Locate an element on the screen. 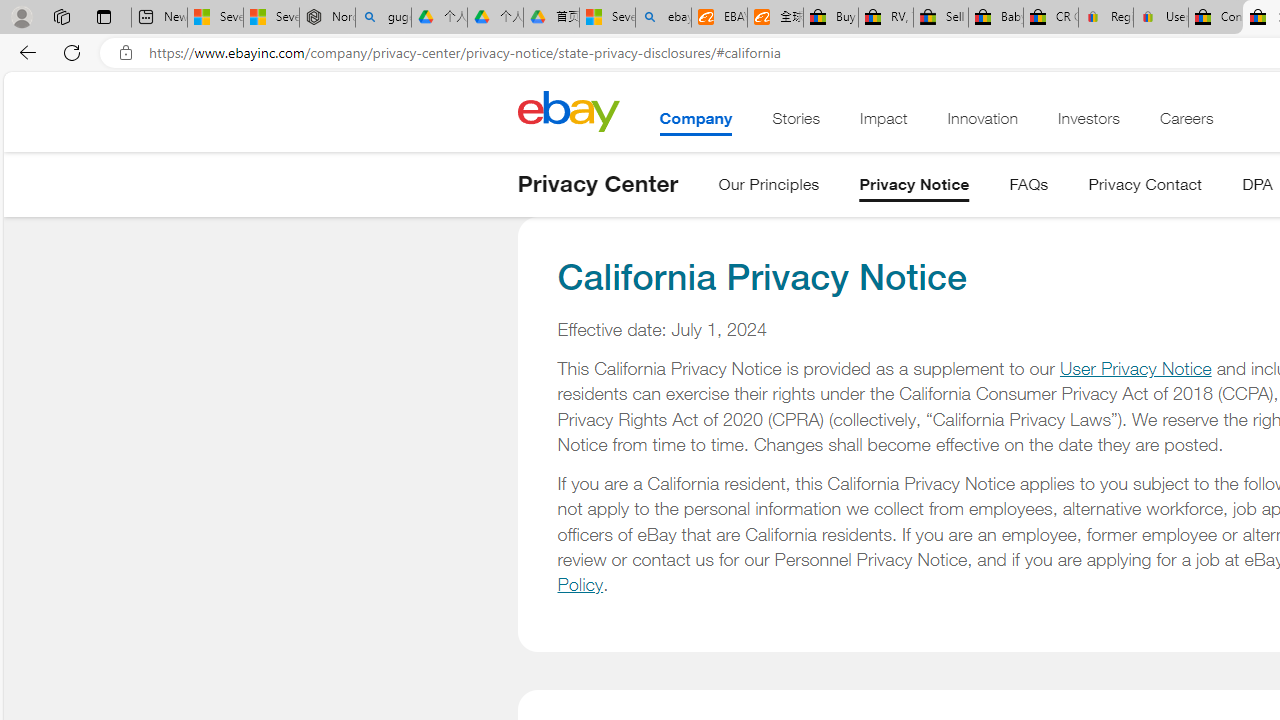  'guge yunpan - Search' is located at coordinates (383, 17).